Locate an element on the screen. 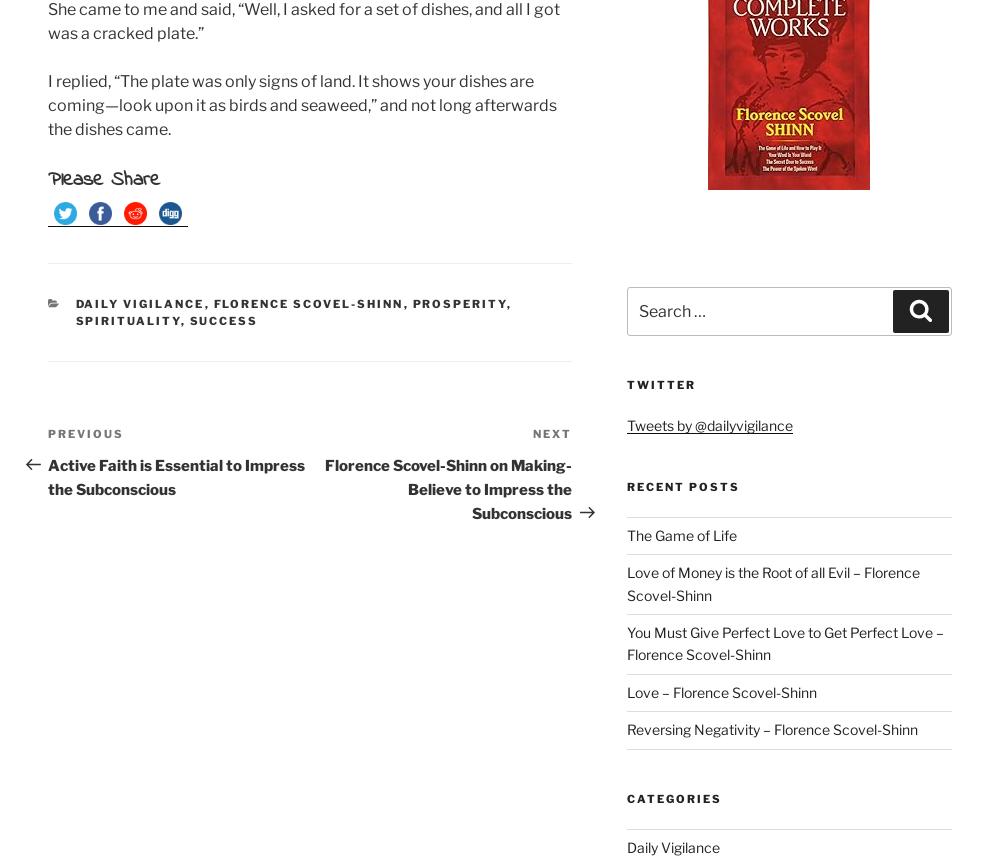 This screenshot has height=861, width=1000. 'Prosperity' is located at coordinates (412, 304).